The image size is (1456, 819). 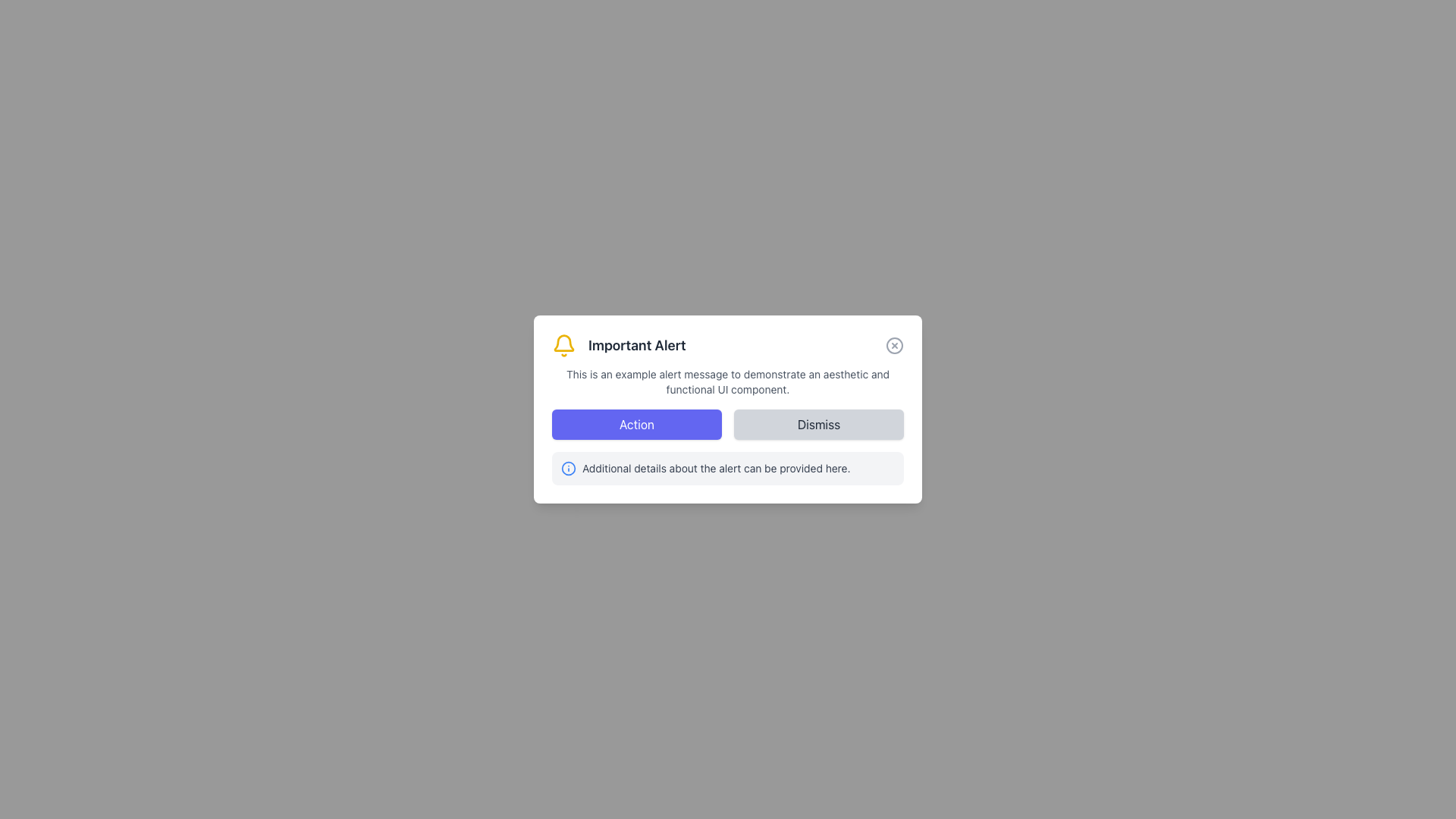 What do you see at coordinates (715, 467) in the screenshot?
I see `text content of the element that displays 'Additional details about the alert can be provided here.' which is styled in a small gray font located at the bottom section of a notification card` at bounding box center [715, 467].